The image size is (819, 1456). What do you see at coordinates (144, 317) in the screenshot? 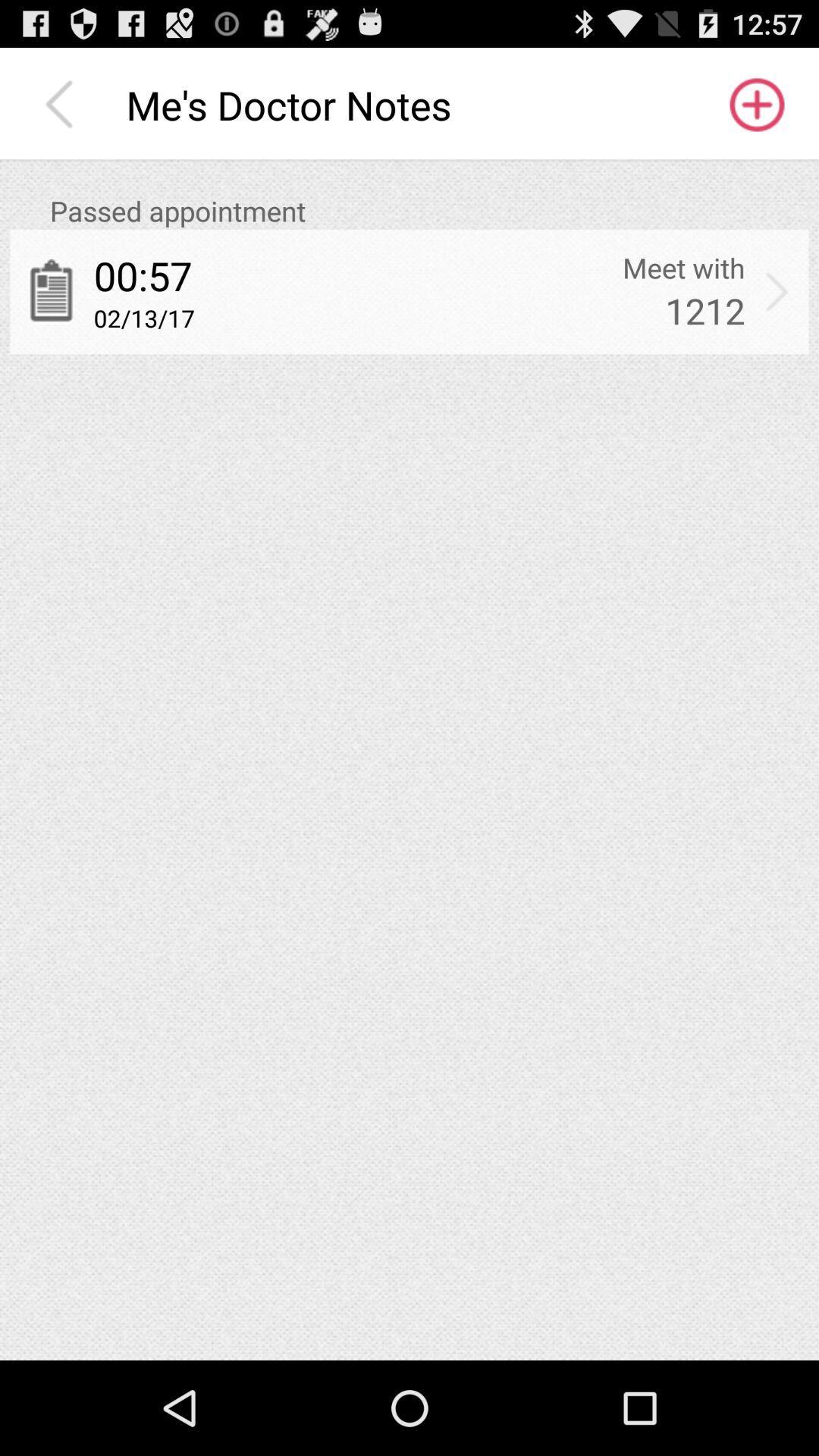
I see `item to the left of 1212 app` at bounding box center [144, 317].